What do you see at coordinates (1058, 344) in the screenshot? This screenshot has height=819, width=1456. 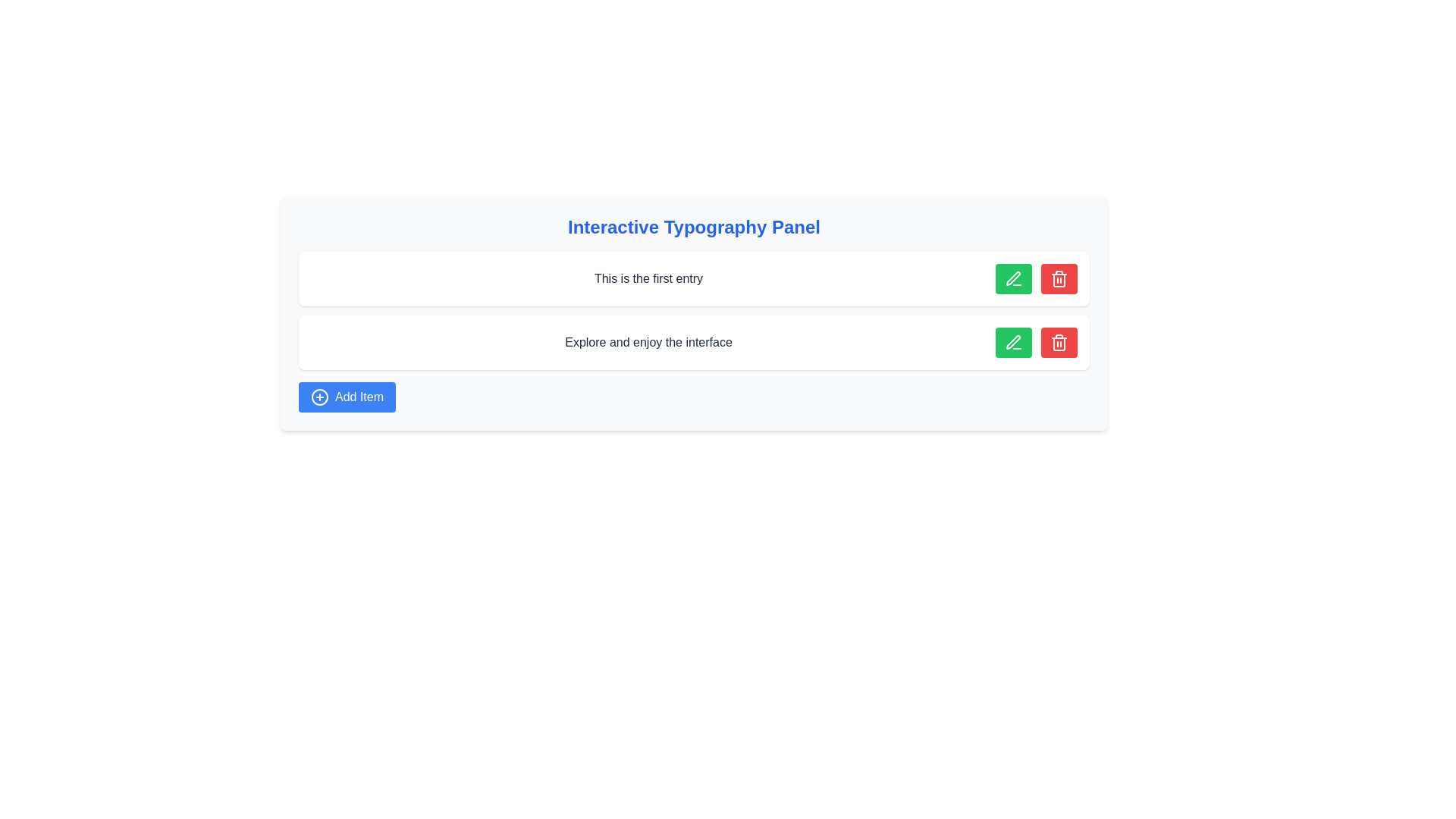 I see `the red trash can icon button located within the control panel for accessibility purposes` at bounding box center [1058, 344].